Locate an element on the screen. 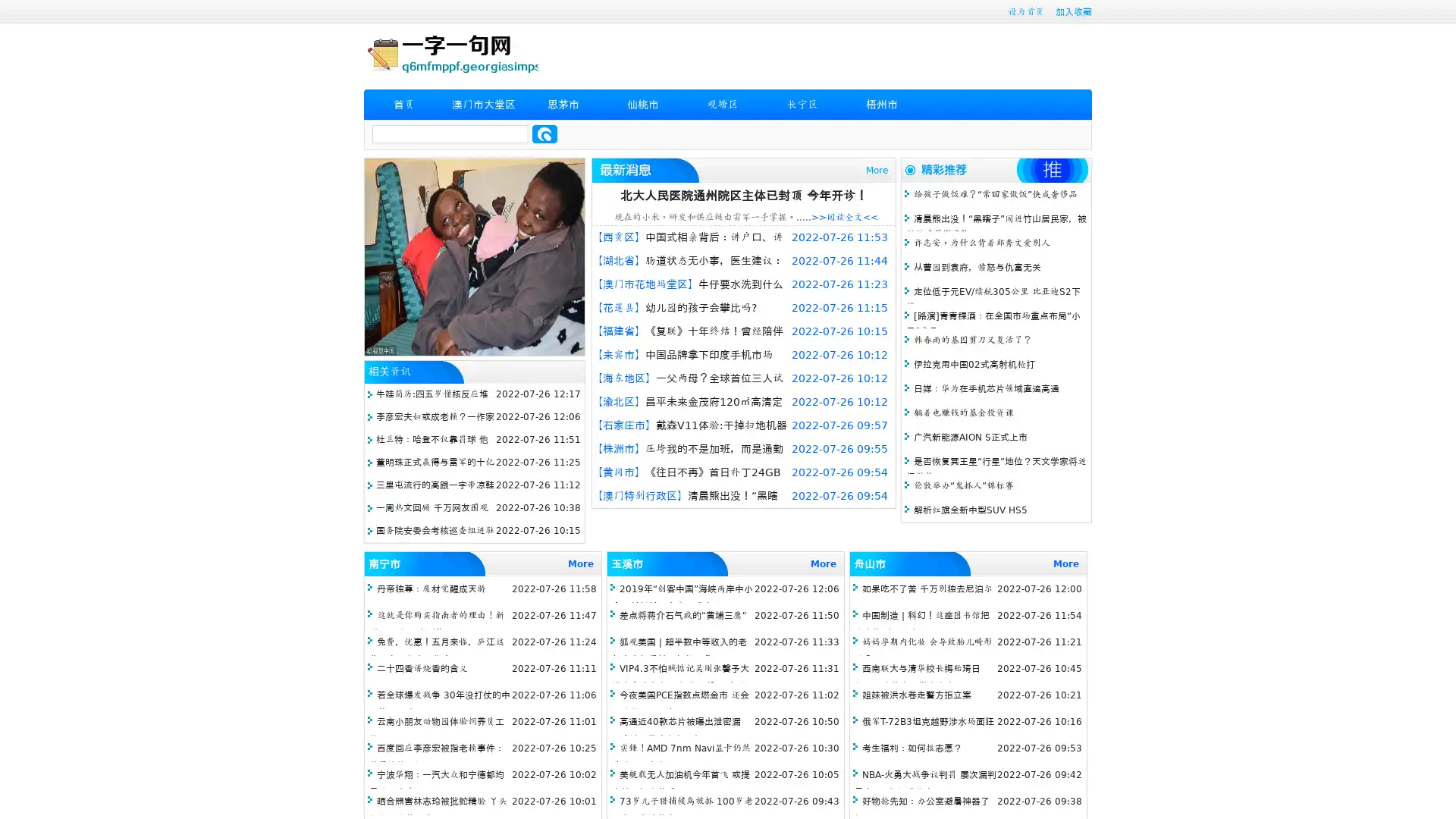  Search is located at coordinates (544, 133).